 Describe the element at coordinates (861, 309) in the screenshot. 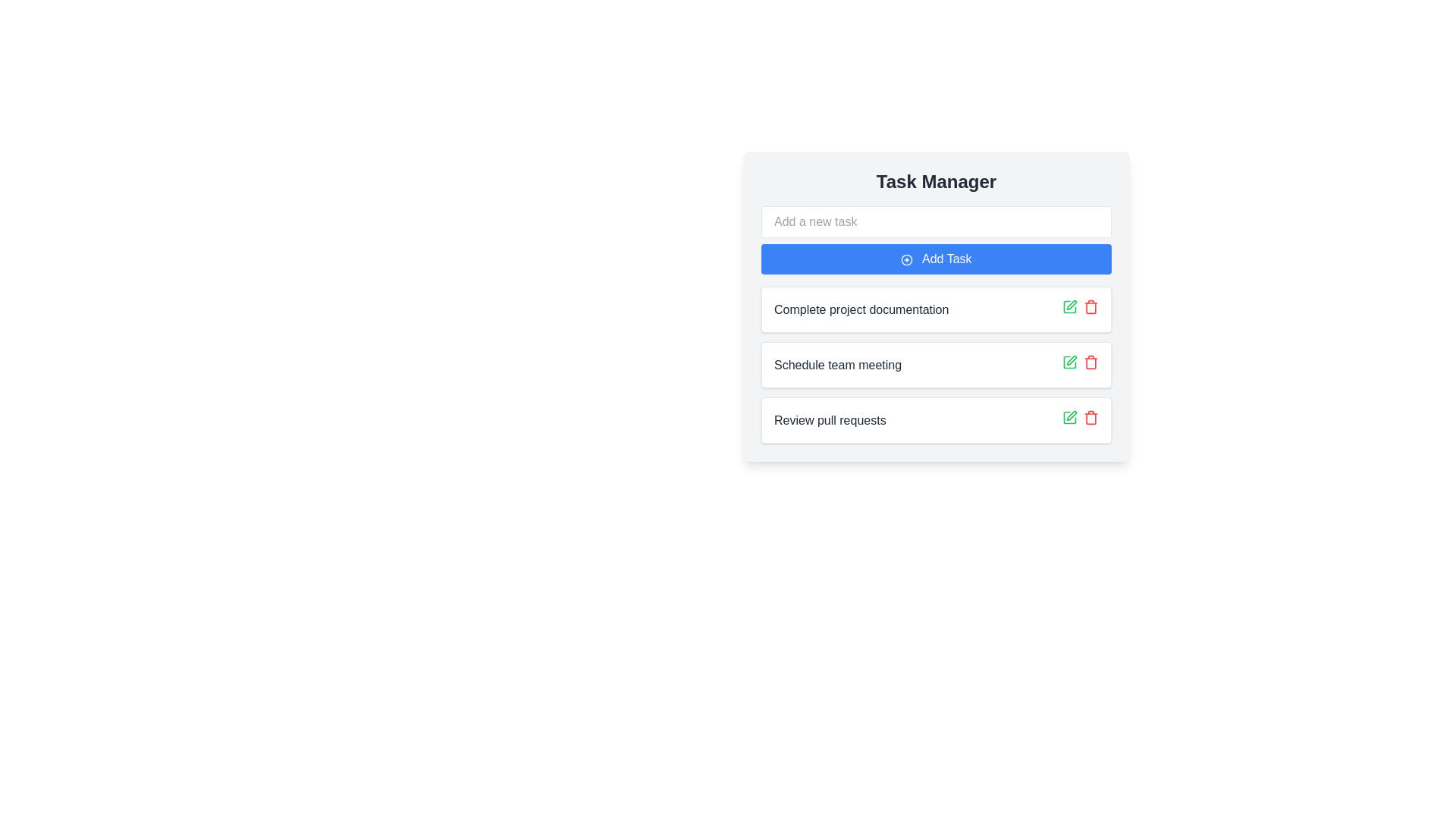

I see `the text label displaying 'Complete project documentation' in the Task Manager section` at that location.